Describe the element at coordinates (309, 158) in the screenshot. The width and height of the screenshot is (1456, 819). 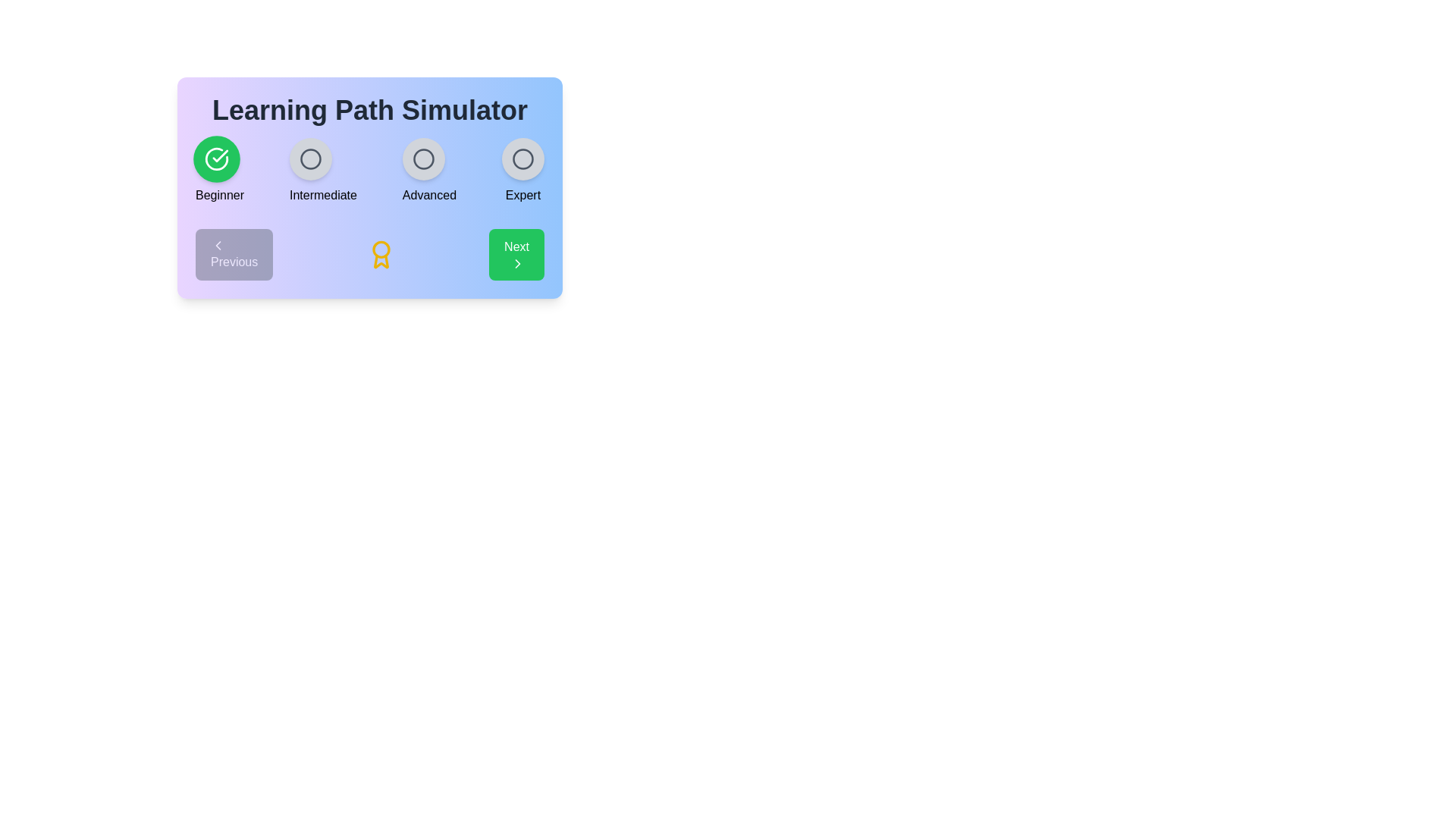
I see `the graphic SVG element resembling a target` at that location.